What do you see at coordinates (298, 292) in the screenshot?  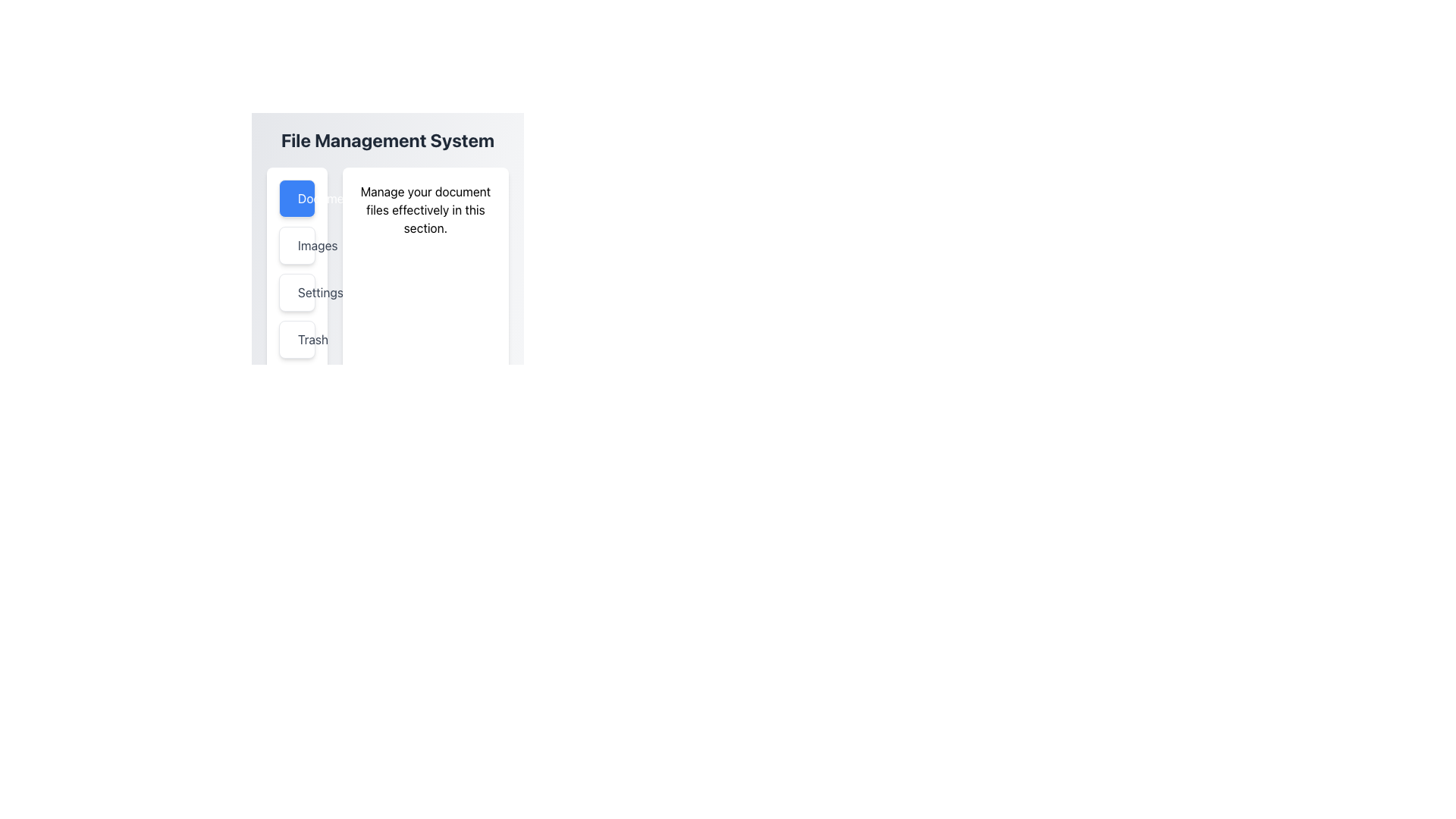 I see `the gear-shaped icon within the 'Settings' button located in the left panel of the interface` at bounding box center [298, 292].